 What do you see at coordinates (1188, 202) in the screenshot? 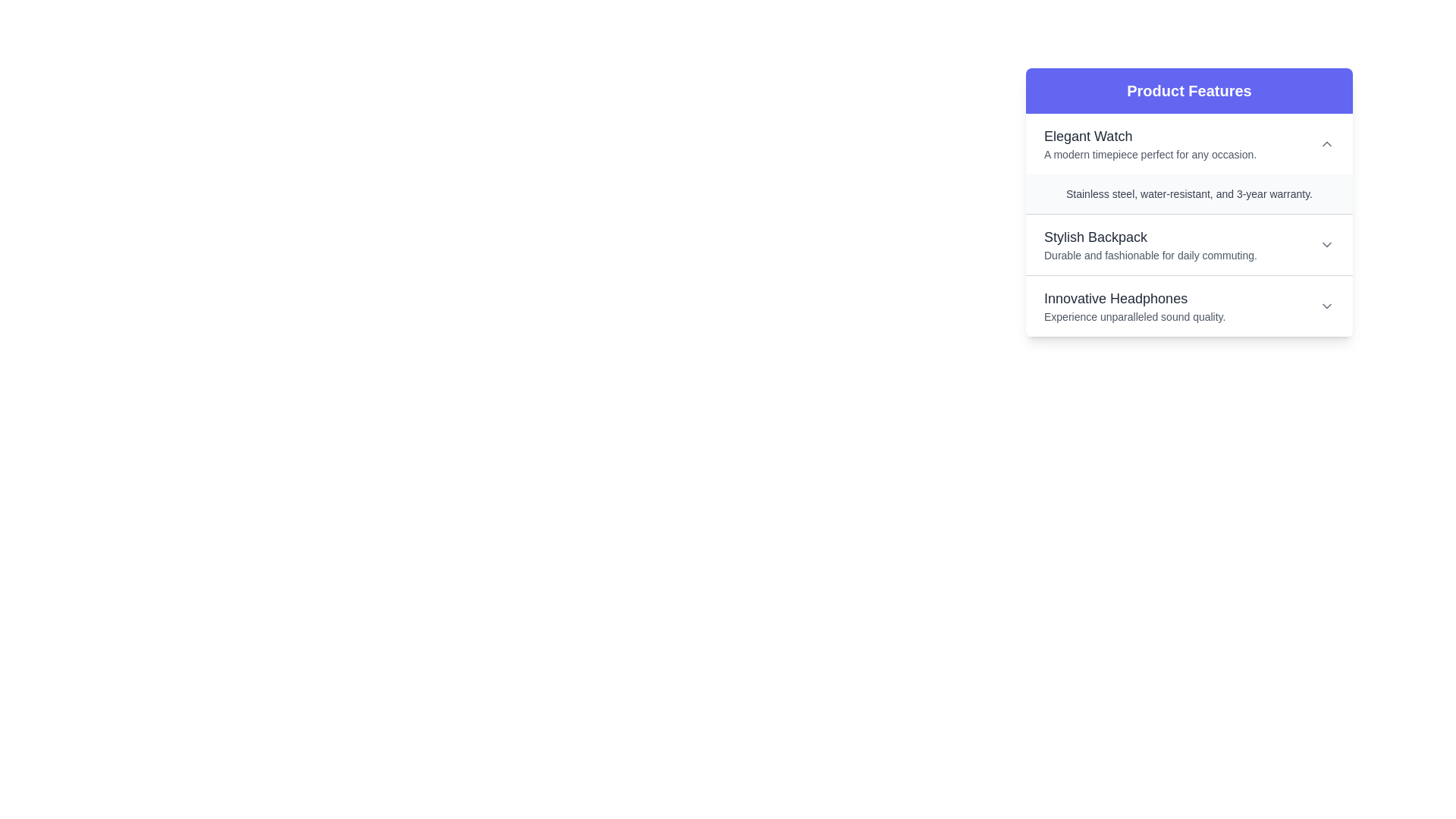
I see `the Text Content Box that contains the heading 'Stainless steel, water-resistant, and 3-year warranty.' positioned below the title 'Elegant Watch'` at bounding box center [1188, 202].